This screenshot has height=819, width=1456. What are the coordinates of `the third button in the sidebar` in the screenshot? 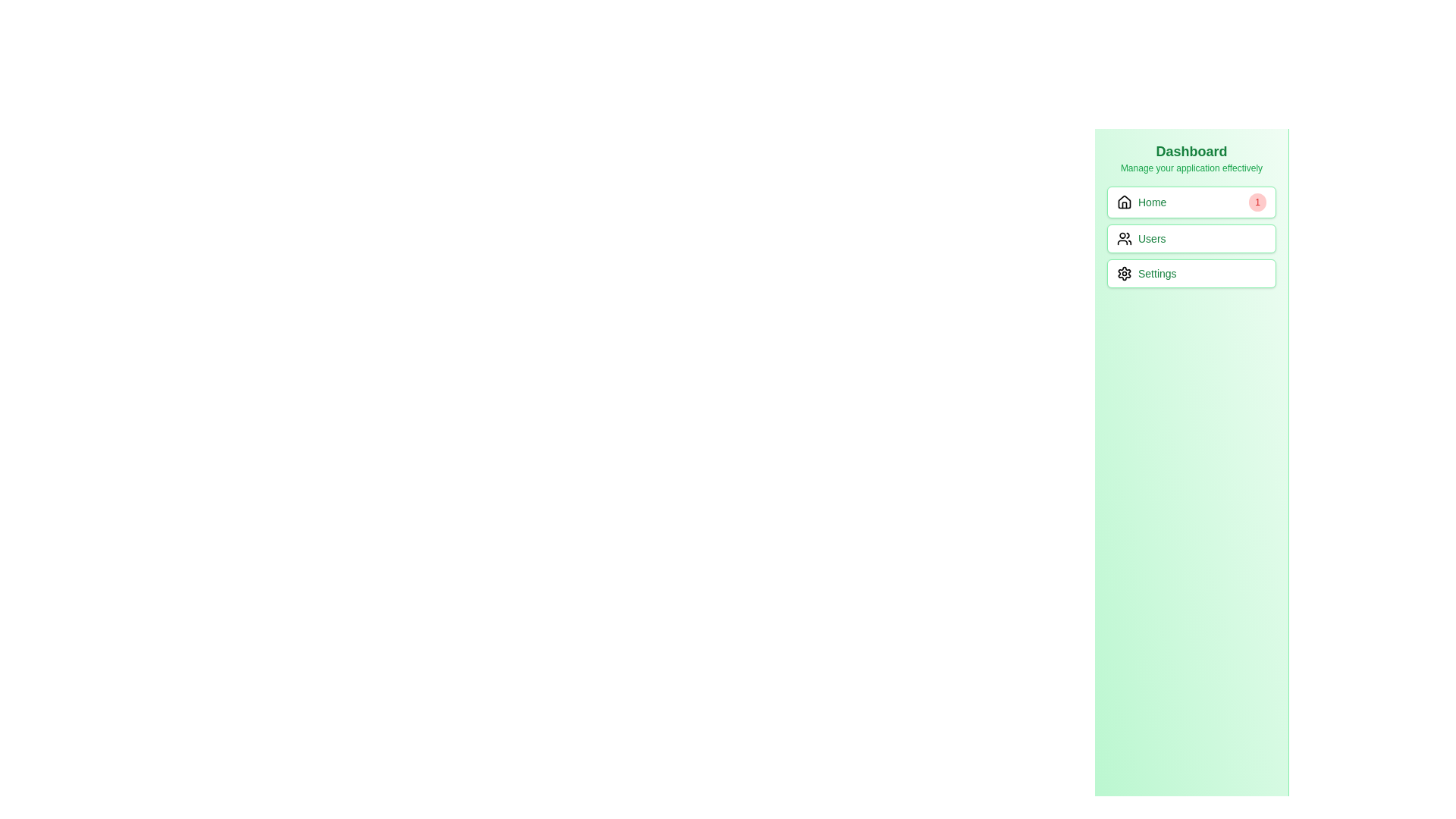 It's located at (1191, 274).